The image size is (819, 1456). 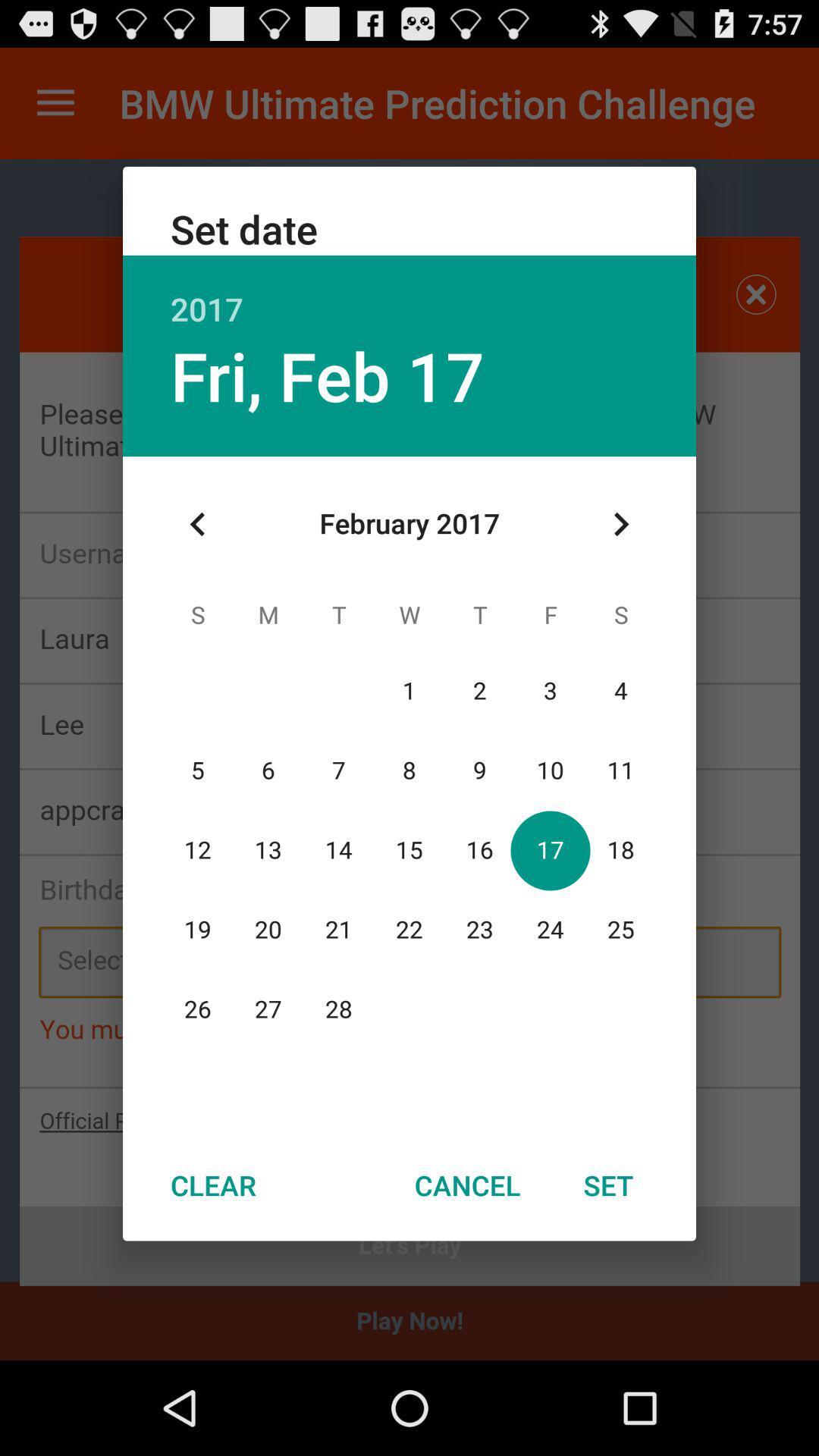 I want to click on the icon to the left of the cancel item, so click(x=213, y=1185).